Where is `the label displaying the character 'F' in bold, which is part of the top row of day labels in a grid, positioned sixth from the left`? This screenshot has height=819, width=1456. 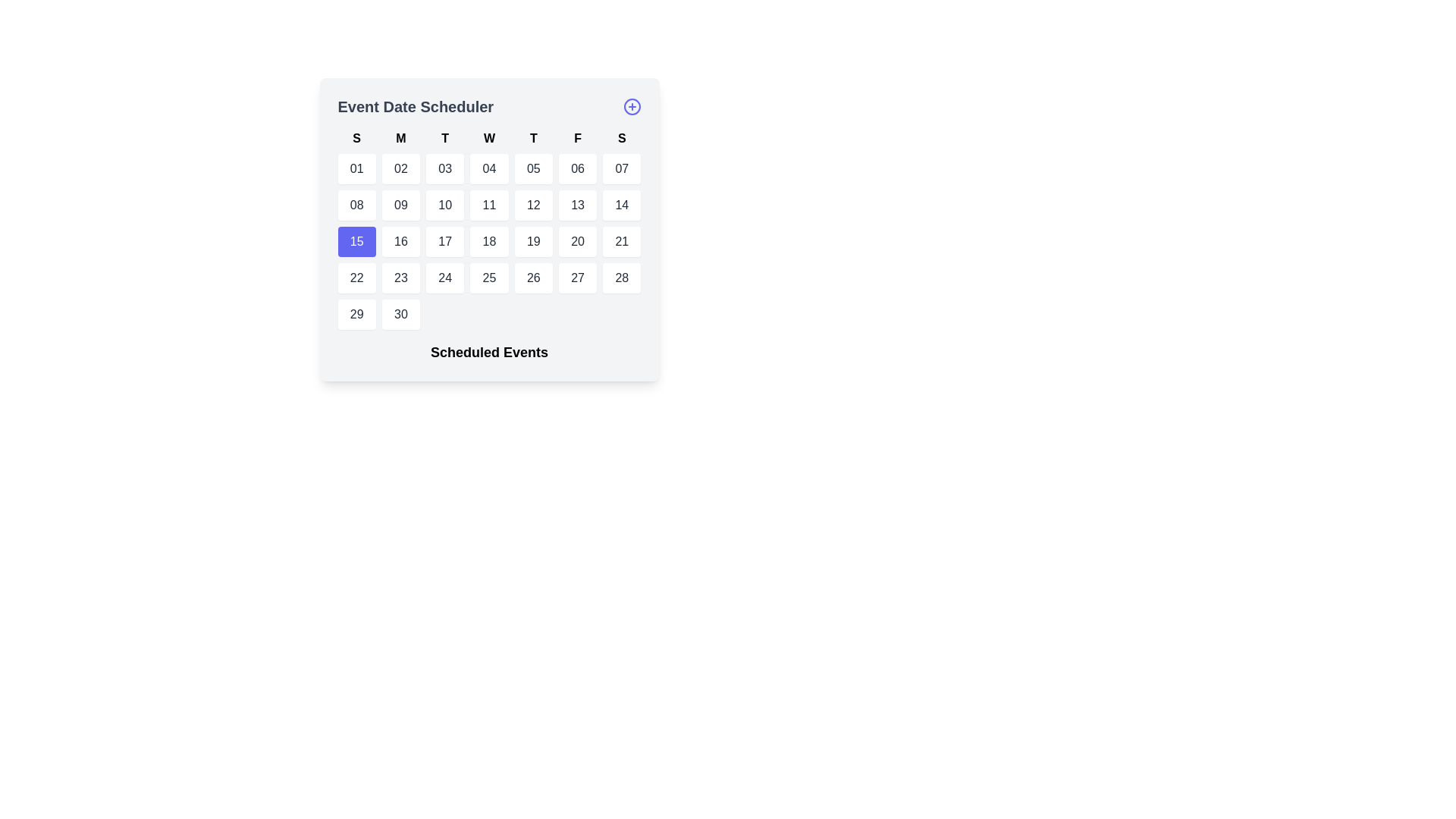 the label displaying the character 'F' in bold, which is part of the top row of day labels in a grid, positioned sixth from the left is located at coordinates (577, 138).